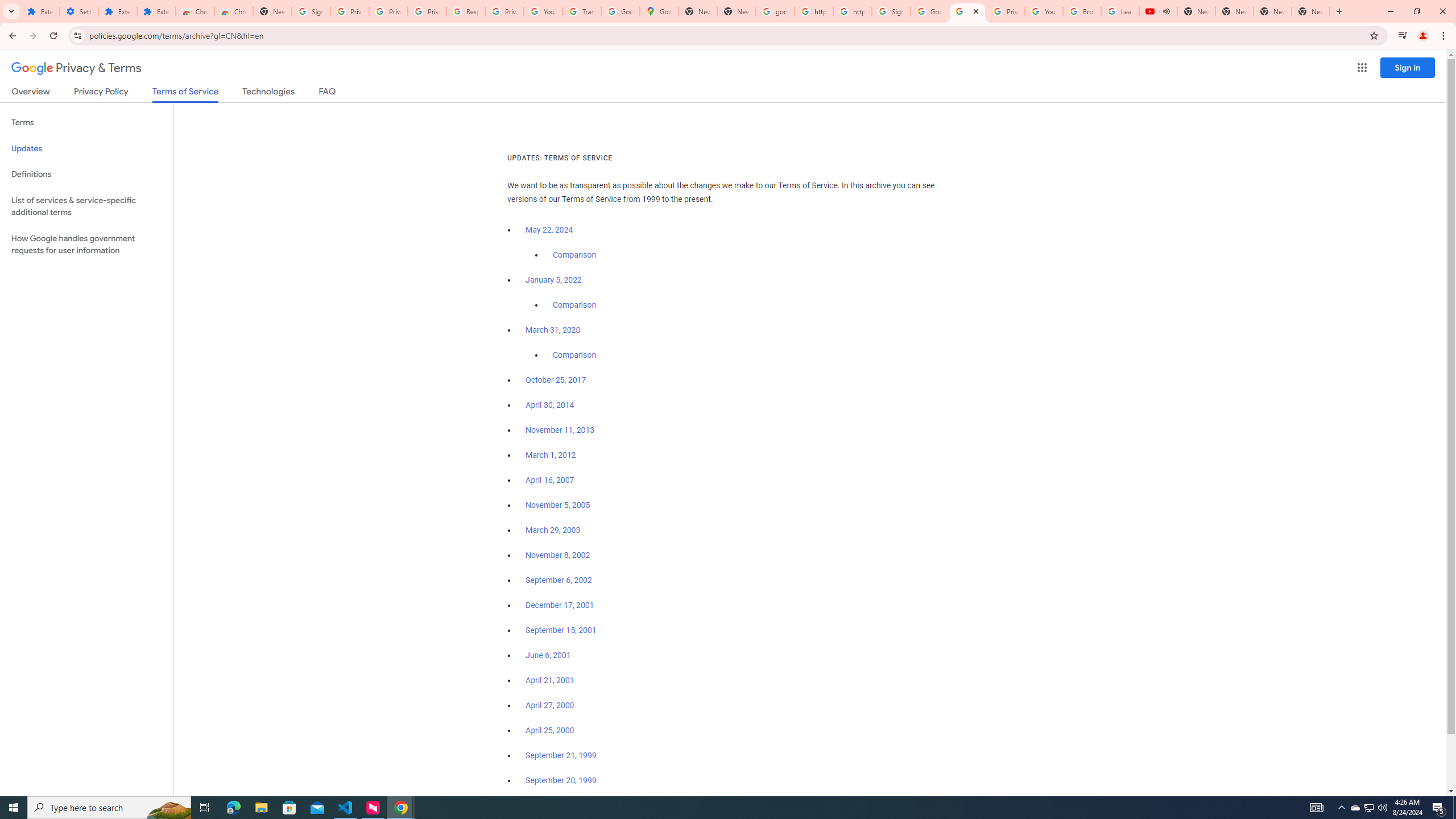 The image size is (1456, 819). What do you see at coordinates (552, 530) in the screenshot?
I see `'March 29, 2003'` at bounding box center [552, 530].